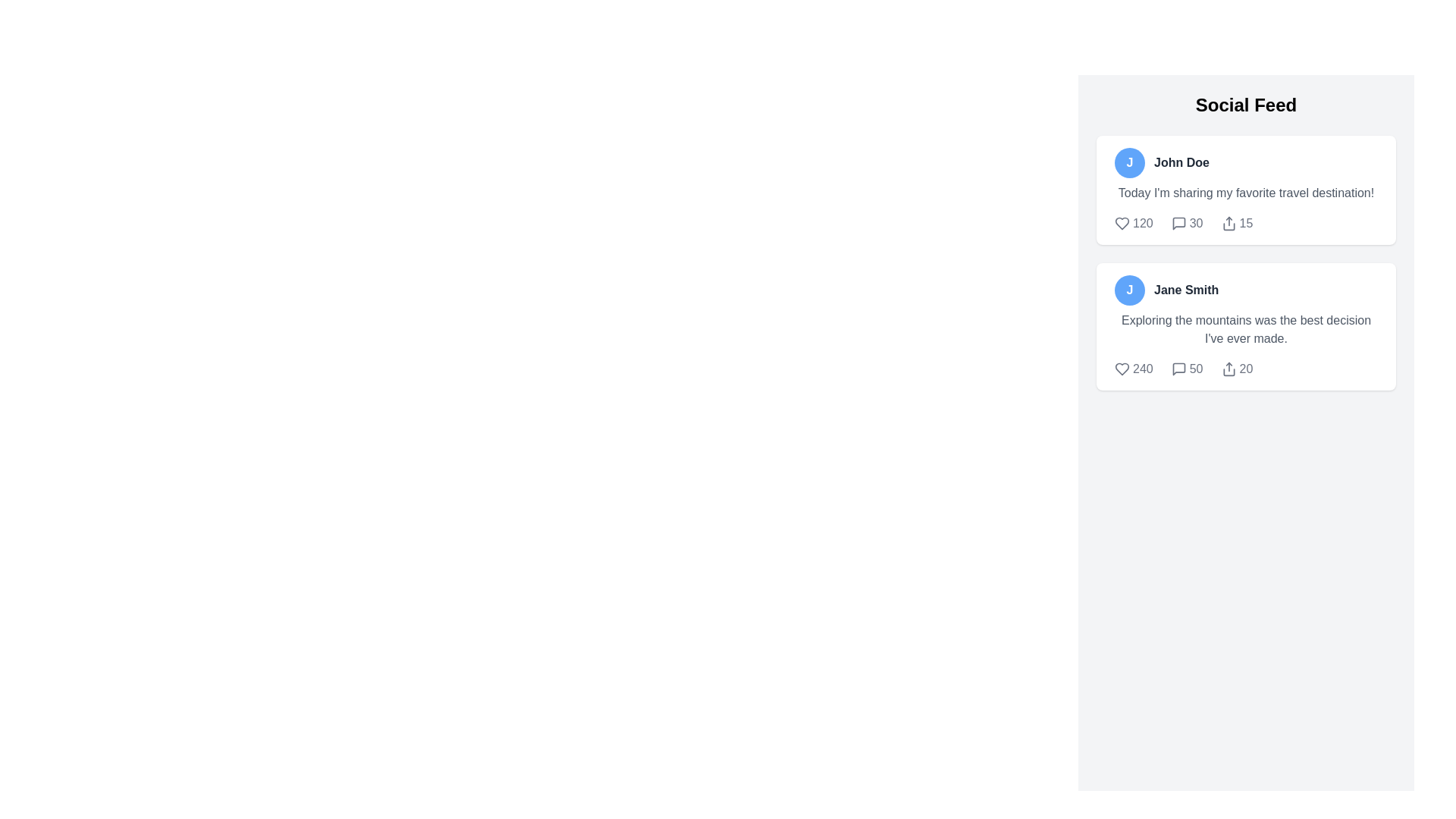 This screenshot has height=819, width=1456. What do you see at coordinates (1237, 369) in the screenshot?
I see `the numeric indicator displaying '20' which is part of a row of interactive components in a social media feed, located at the bottom-right portion of the second post` at bounding box center [1237, 369].